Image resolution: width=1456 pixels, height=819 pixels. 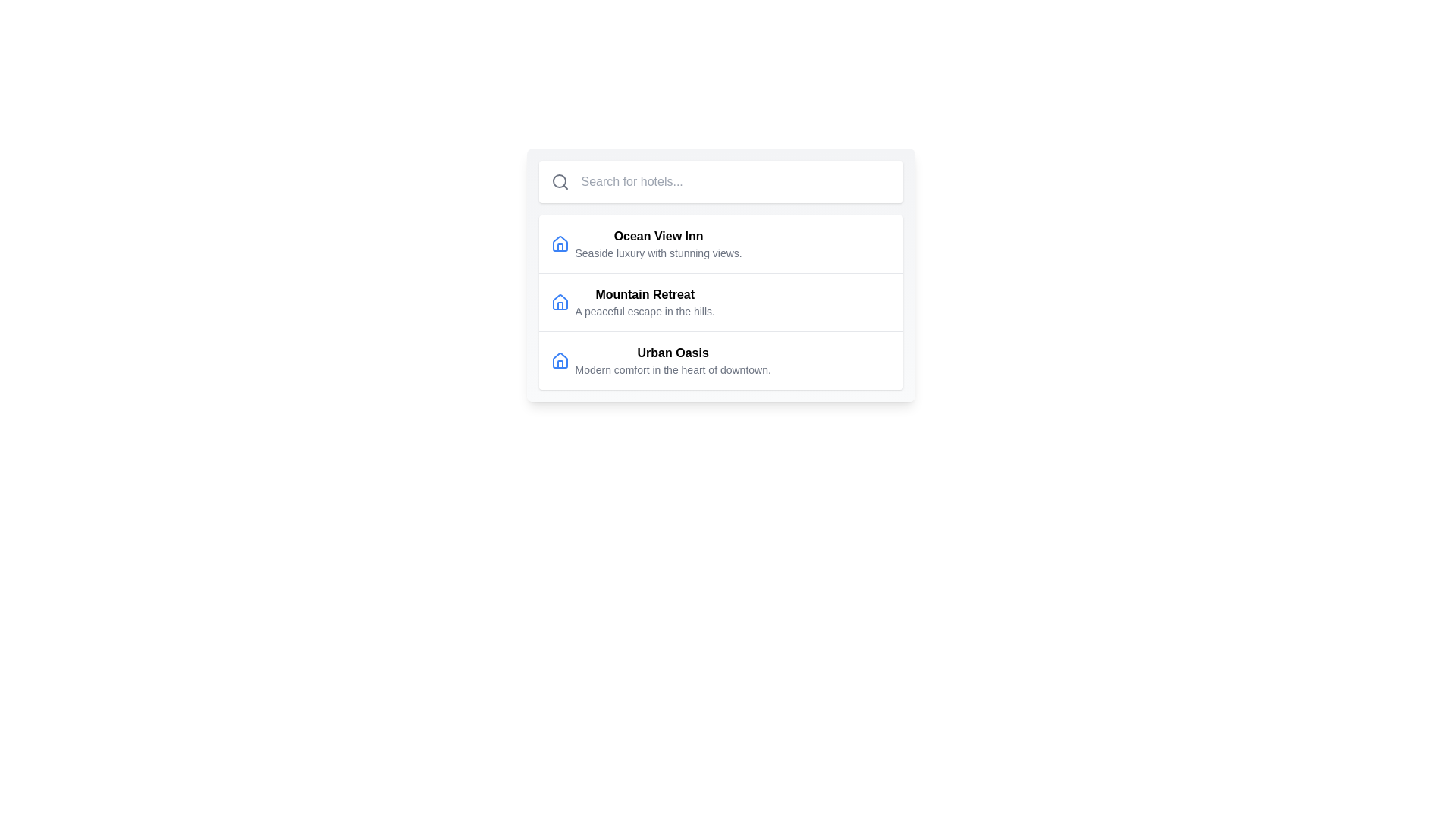 I want to click on the text label displaying 'Ocean View Inn', so click(x=658, y=243).